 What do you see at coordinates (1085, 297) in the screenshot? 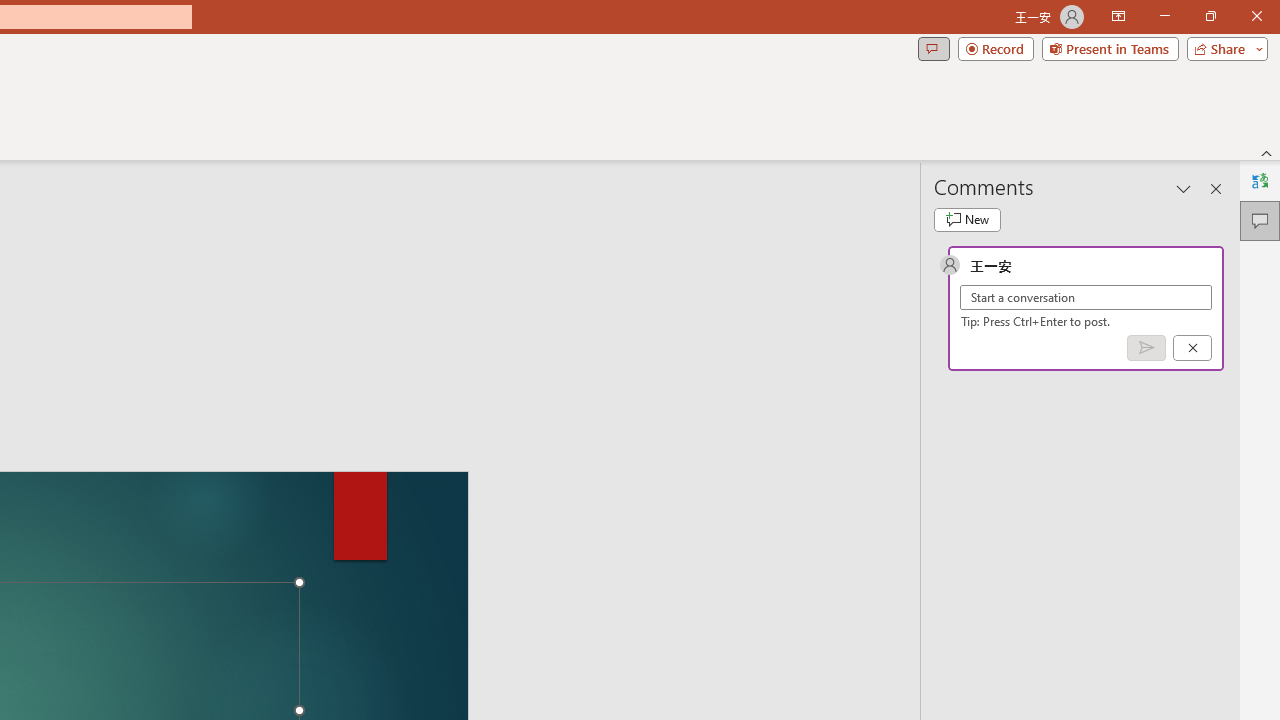
I see `'Start a conversation'` at bounding box center [1085, 297].